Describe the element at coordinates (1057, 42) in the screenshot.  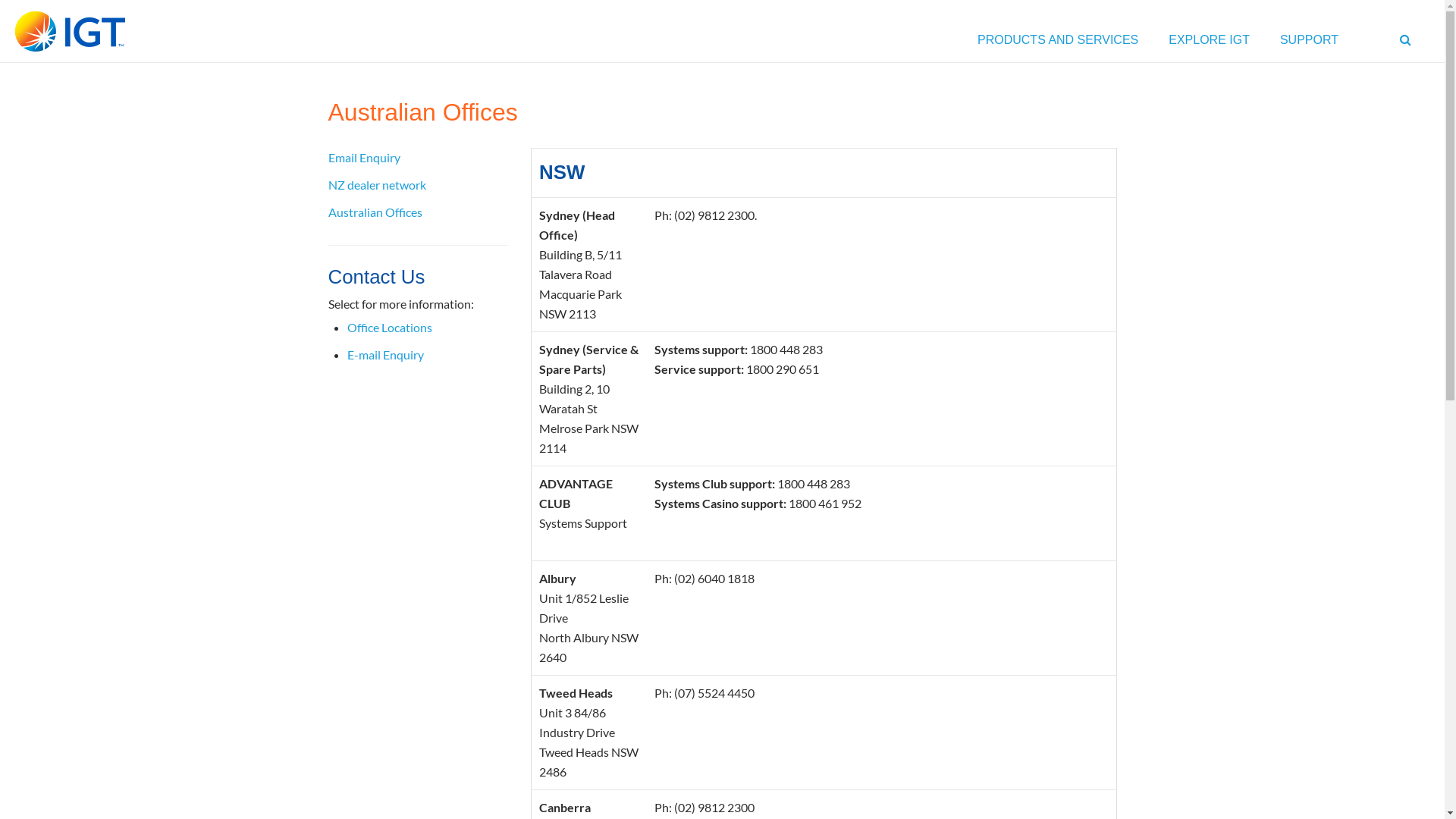
I see `'PRODUCTS AND SERVICES'` at that location.